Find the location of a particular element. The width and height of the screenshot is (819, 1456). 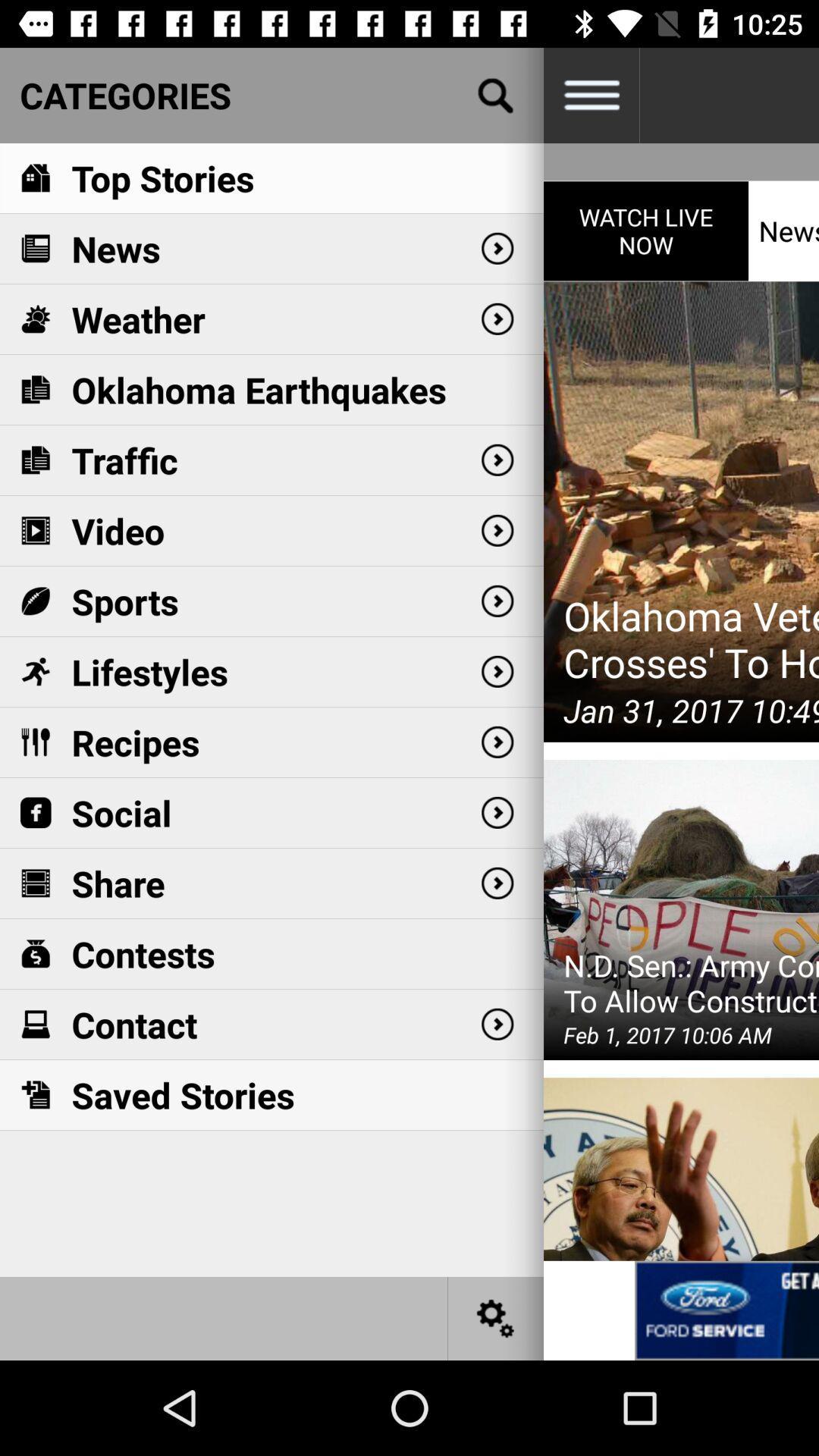

the search icon is located at coordinates (496, 94).